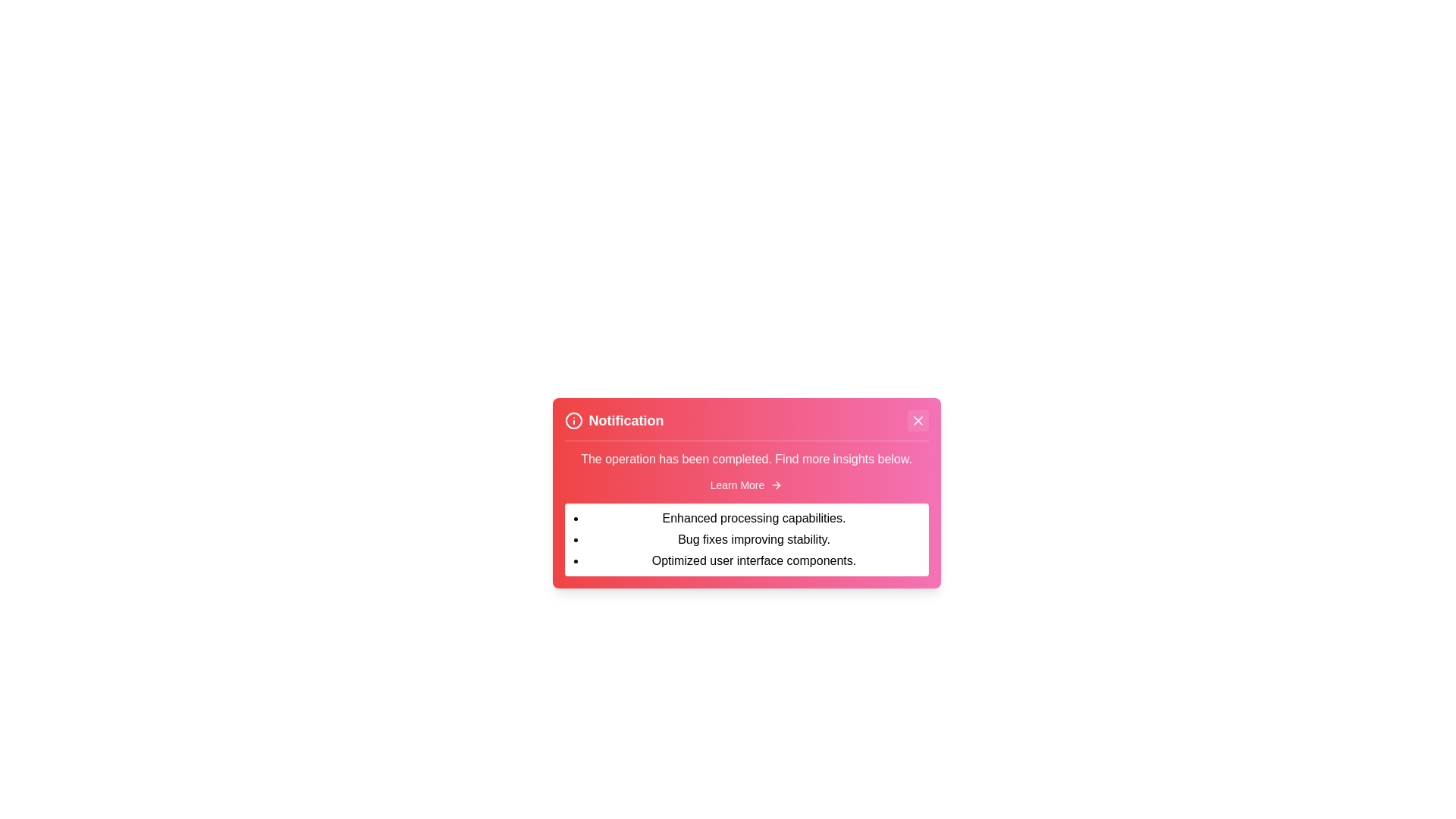 This screenshot has height=819, width=1456. What do you see at coordinates (746, 485) in the screenshot?
I see `the 'Learn More' button to toggle the expanded details` at bounding box center [746, 485].